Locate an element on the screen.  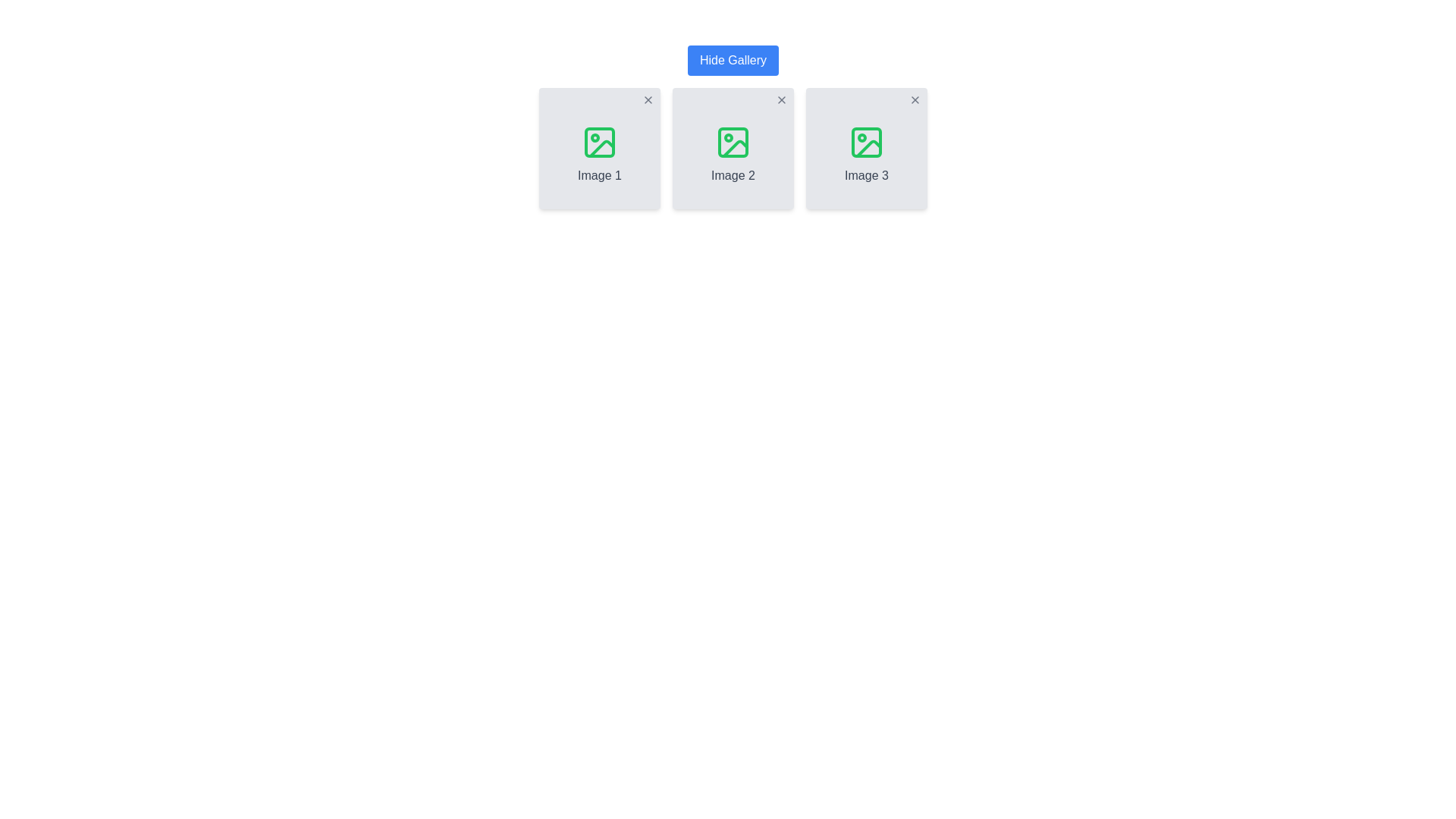
the close button located in the top-right corner of the 'Image 3' card is located at coordinates (914, 99).